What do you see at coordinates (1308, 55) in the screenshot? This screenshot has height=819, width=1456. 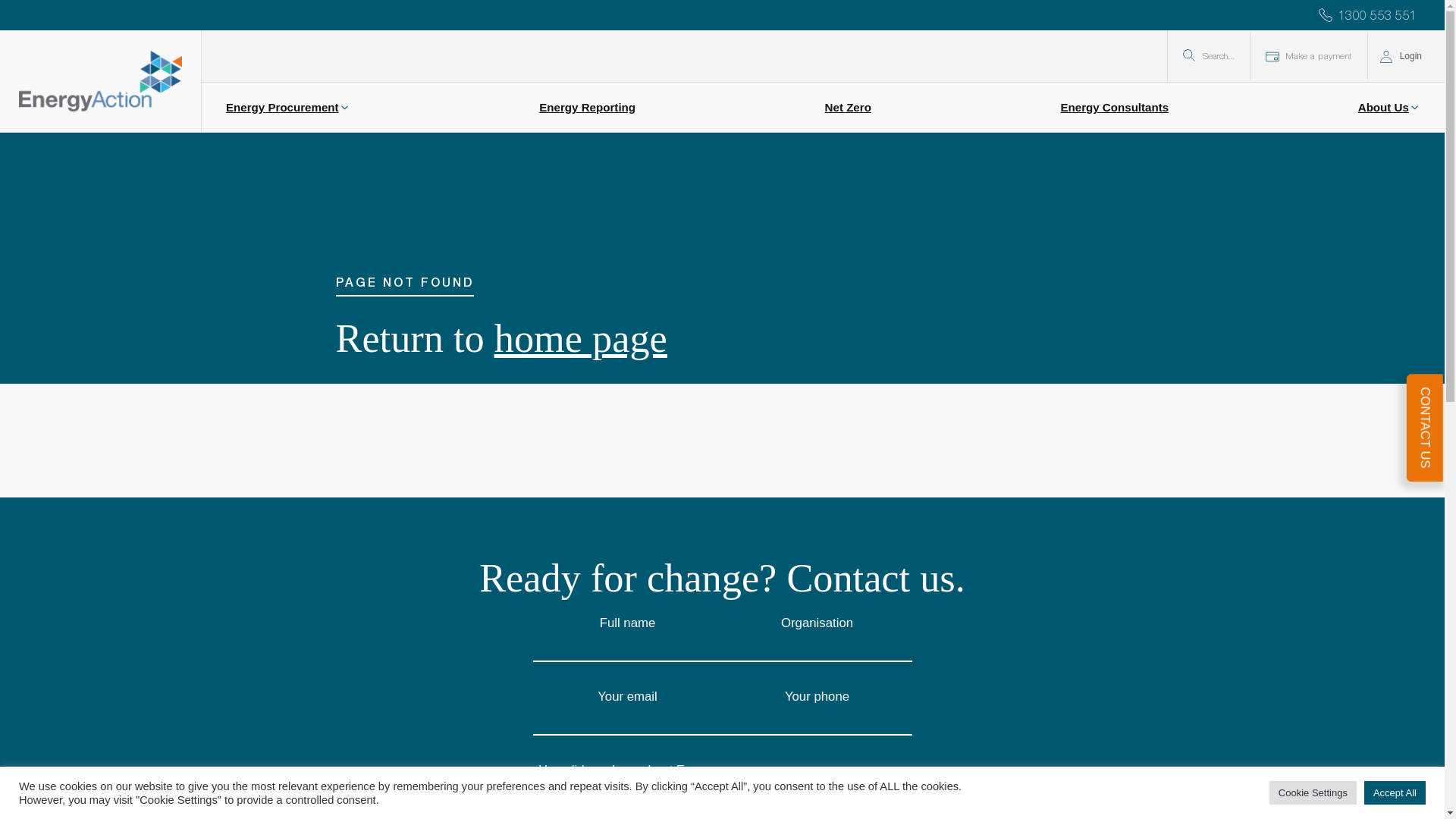 I see `'Make a payment'` at bounding box center [1308, 55].